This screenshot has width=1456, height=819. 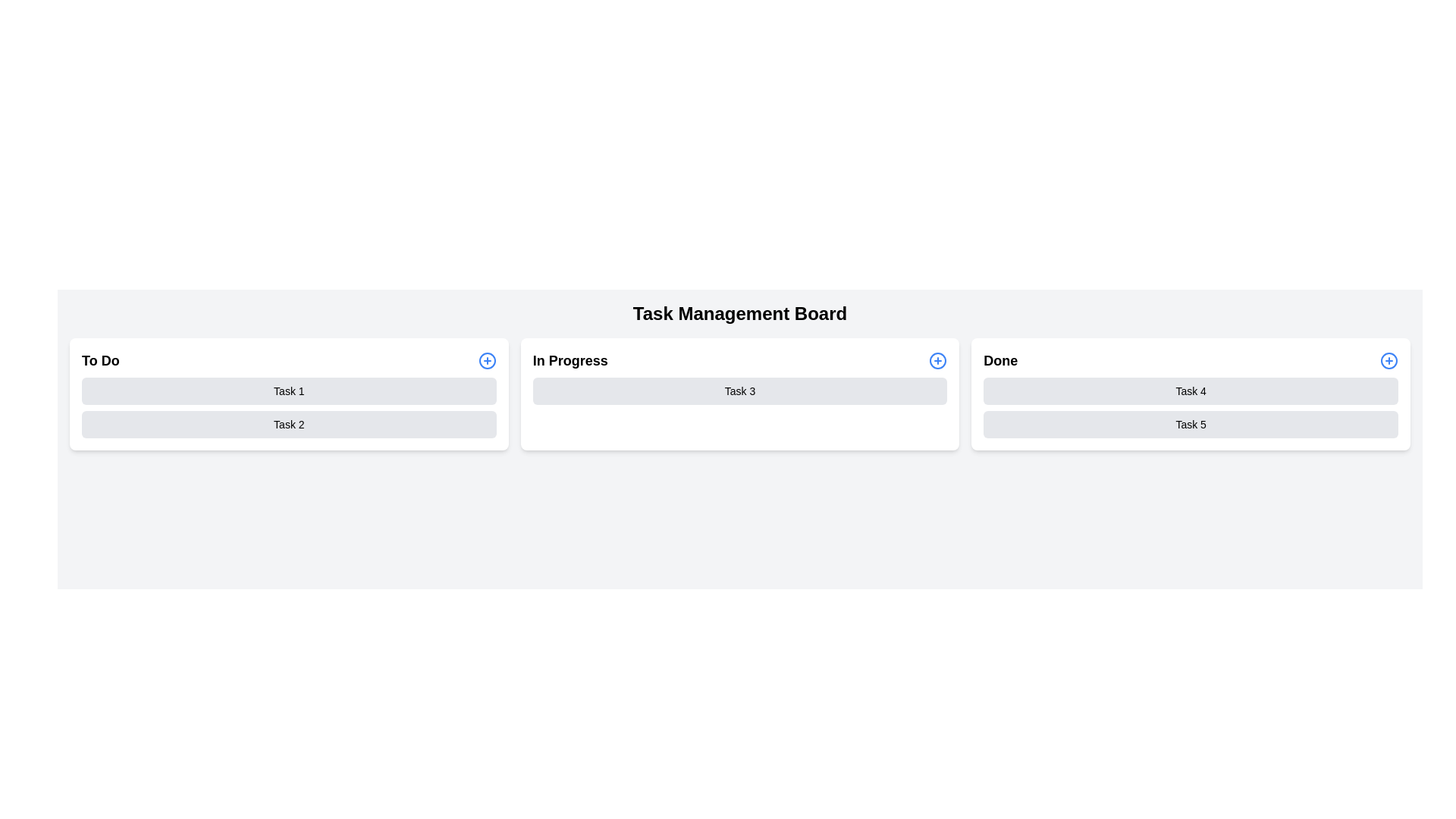 I want to click on the button located in the top-right corner of the 'Done' task board section header, so click(x=1389, y=360).